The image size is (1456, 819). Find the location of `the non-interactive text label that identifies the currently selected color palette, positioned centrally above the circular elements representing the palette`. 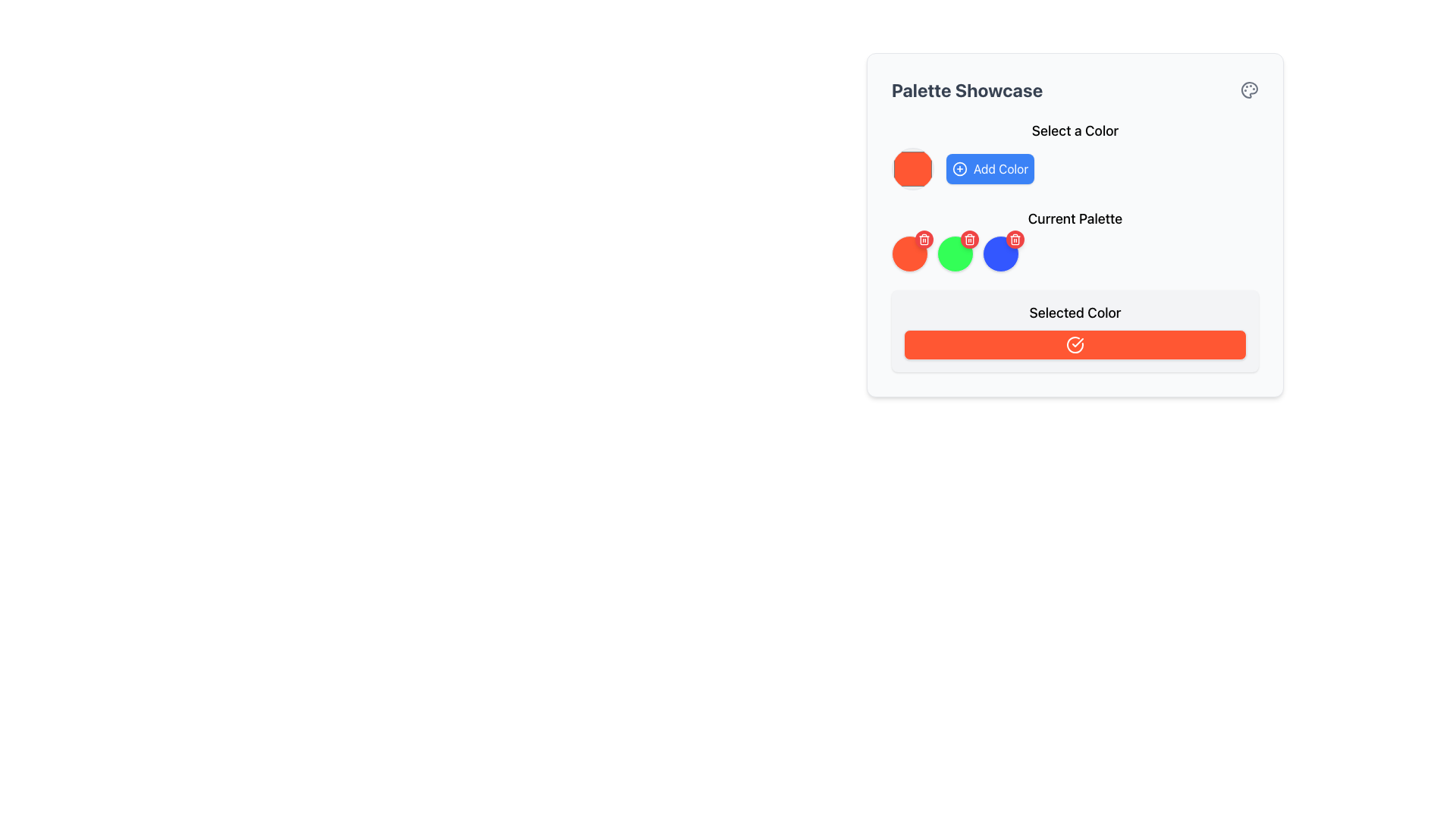

the non-interactive text label that identifies the currently selected color palette, positioned centrally above the circular elements representing the palette is located at coordinates (1074, 219).